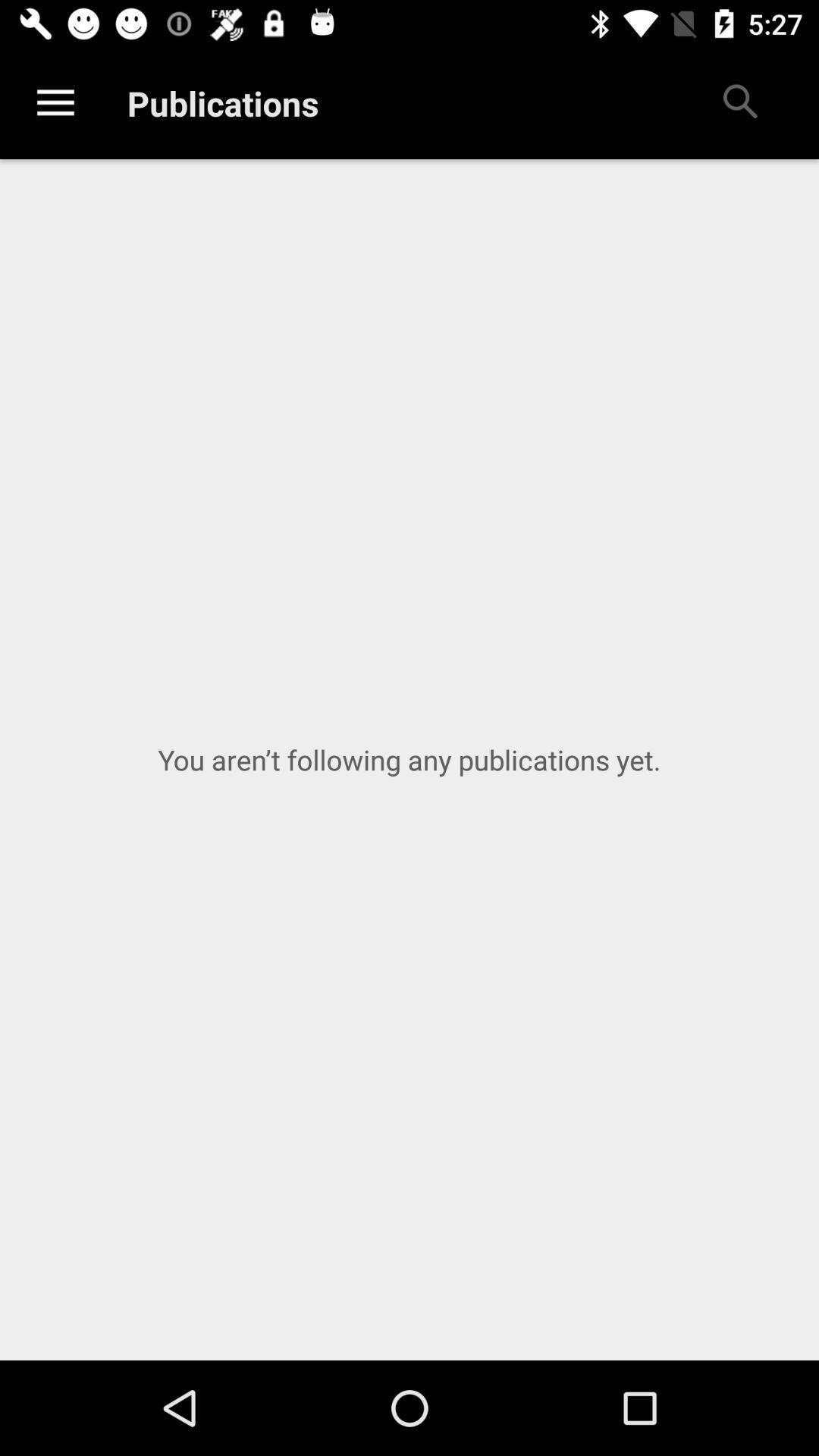 The image size is (819, 1456). I want to click on the item to the left of publications item, so click(55, 102).